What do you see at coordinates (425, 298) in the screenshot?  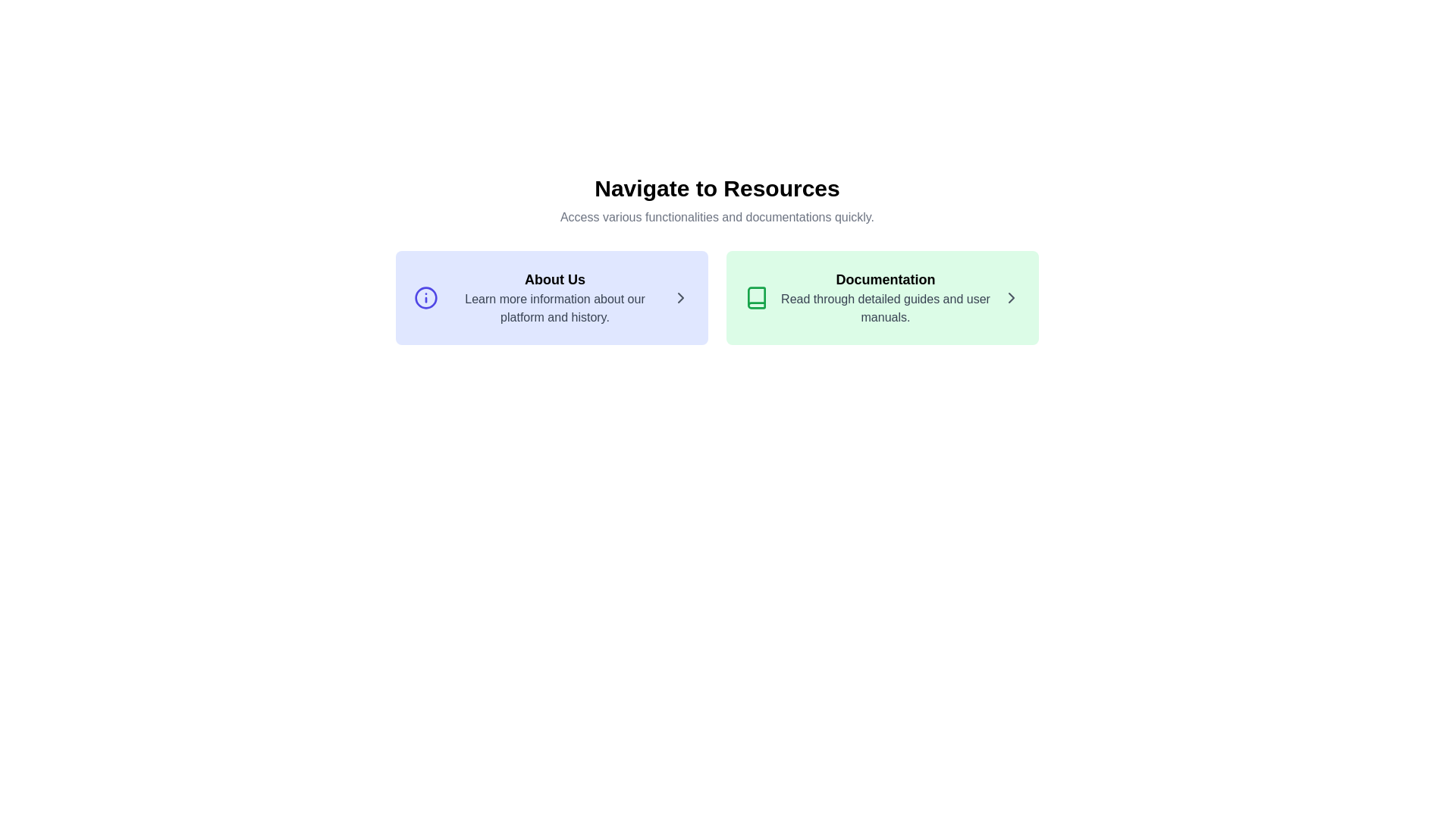 I see `the SVG Circle element that visually represents 'information' in the 'About Us' section button` at bounding box center [425, 298].